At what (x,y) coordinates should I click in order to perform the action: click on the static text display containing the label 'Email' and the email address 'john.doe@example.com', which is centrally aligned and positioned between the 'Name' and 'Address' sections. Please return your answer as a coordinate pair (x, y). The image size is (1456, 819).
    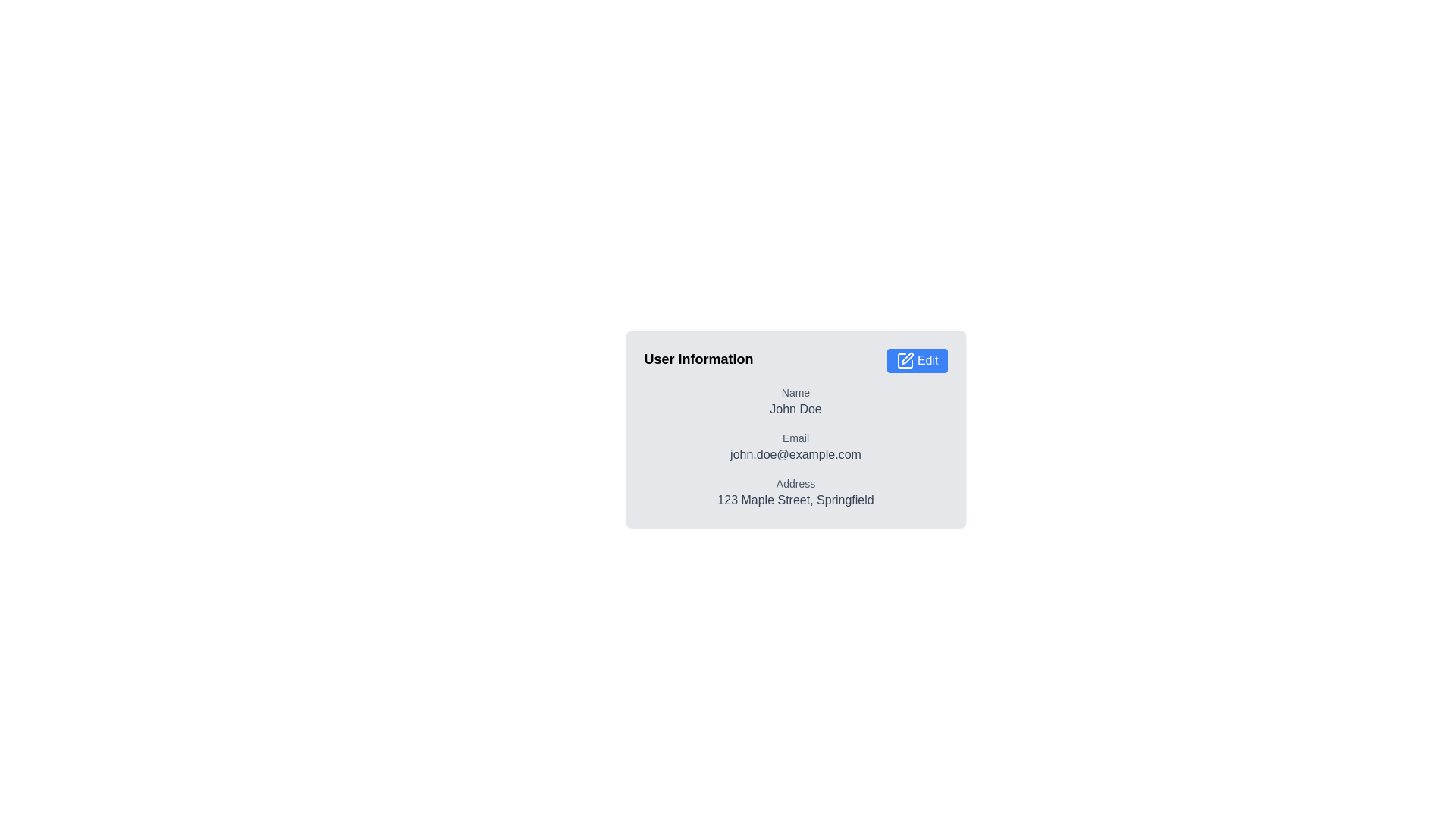
    Looking at the image, I should click on (795, 447).